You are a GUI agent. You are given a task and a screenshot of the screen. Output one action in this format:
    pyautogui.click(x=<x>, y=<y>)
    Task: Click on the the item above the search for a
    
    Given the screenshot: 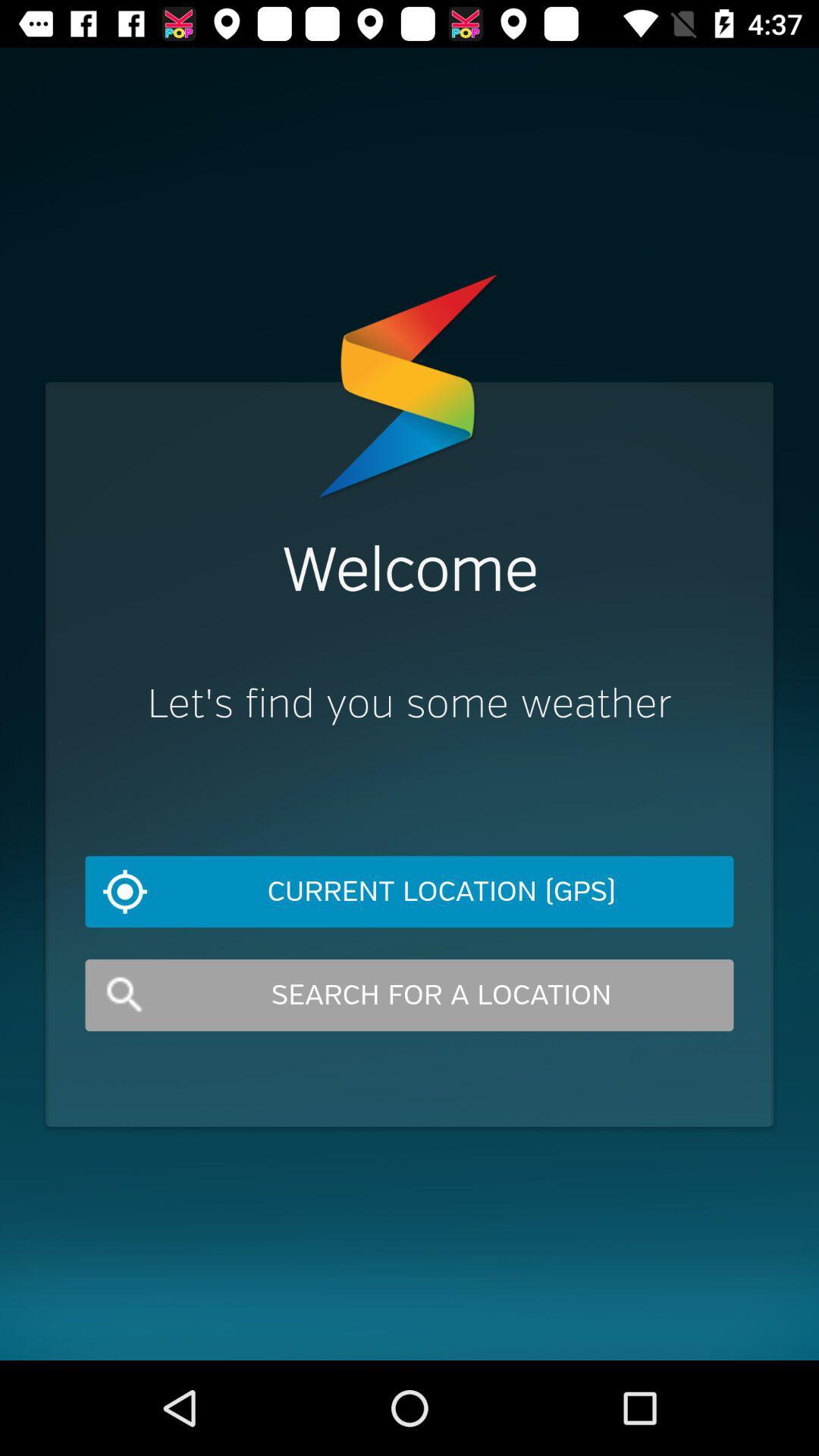 What is the action you would take?
    pyautogui.click(x=409, y=892)
    